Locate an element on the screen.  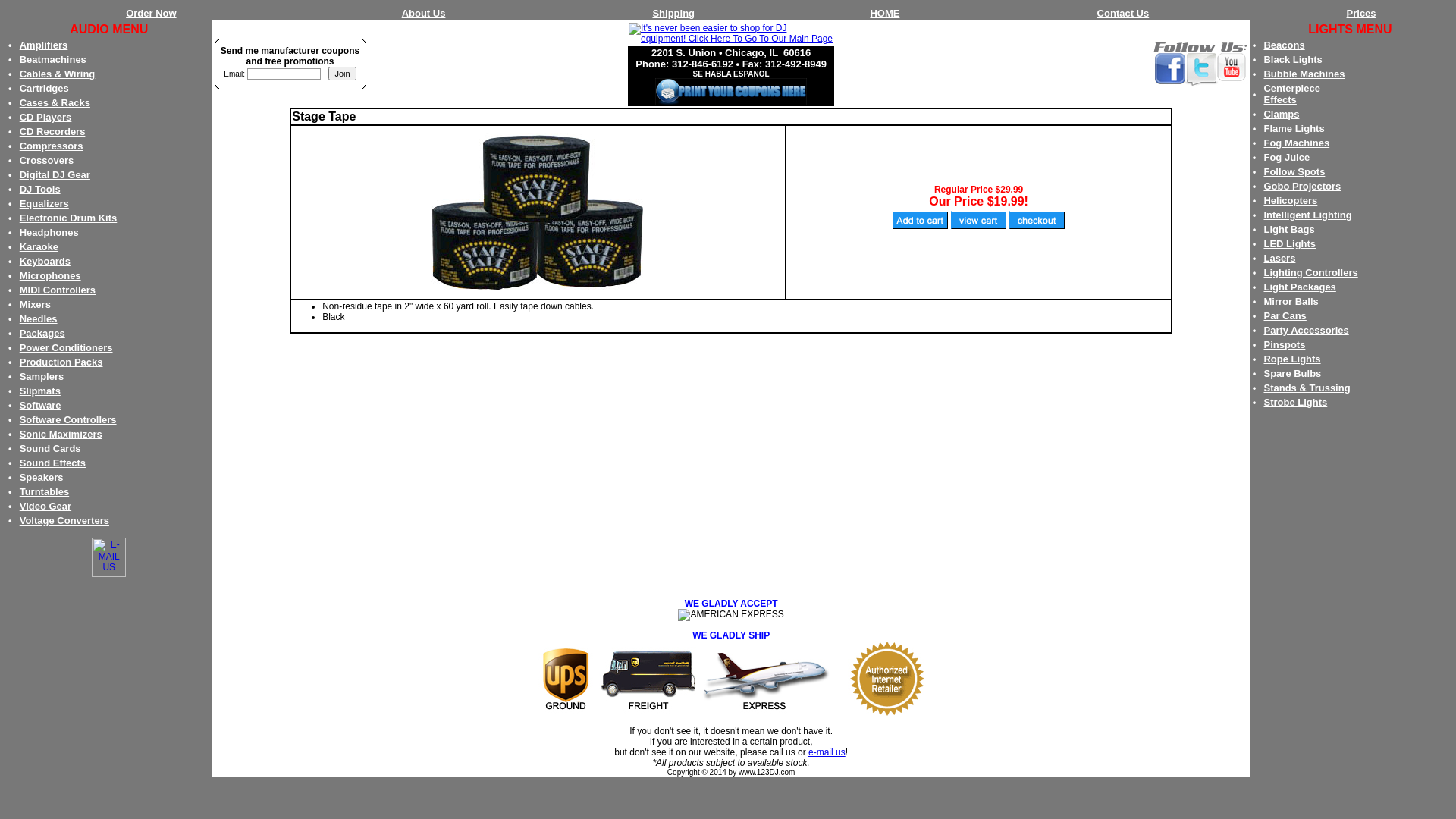
'Mixers' is located at coordinates (19, 304).